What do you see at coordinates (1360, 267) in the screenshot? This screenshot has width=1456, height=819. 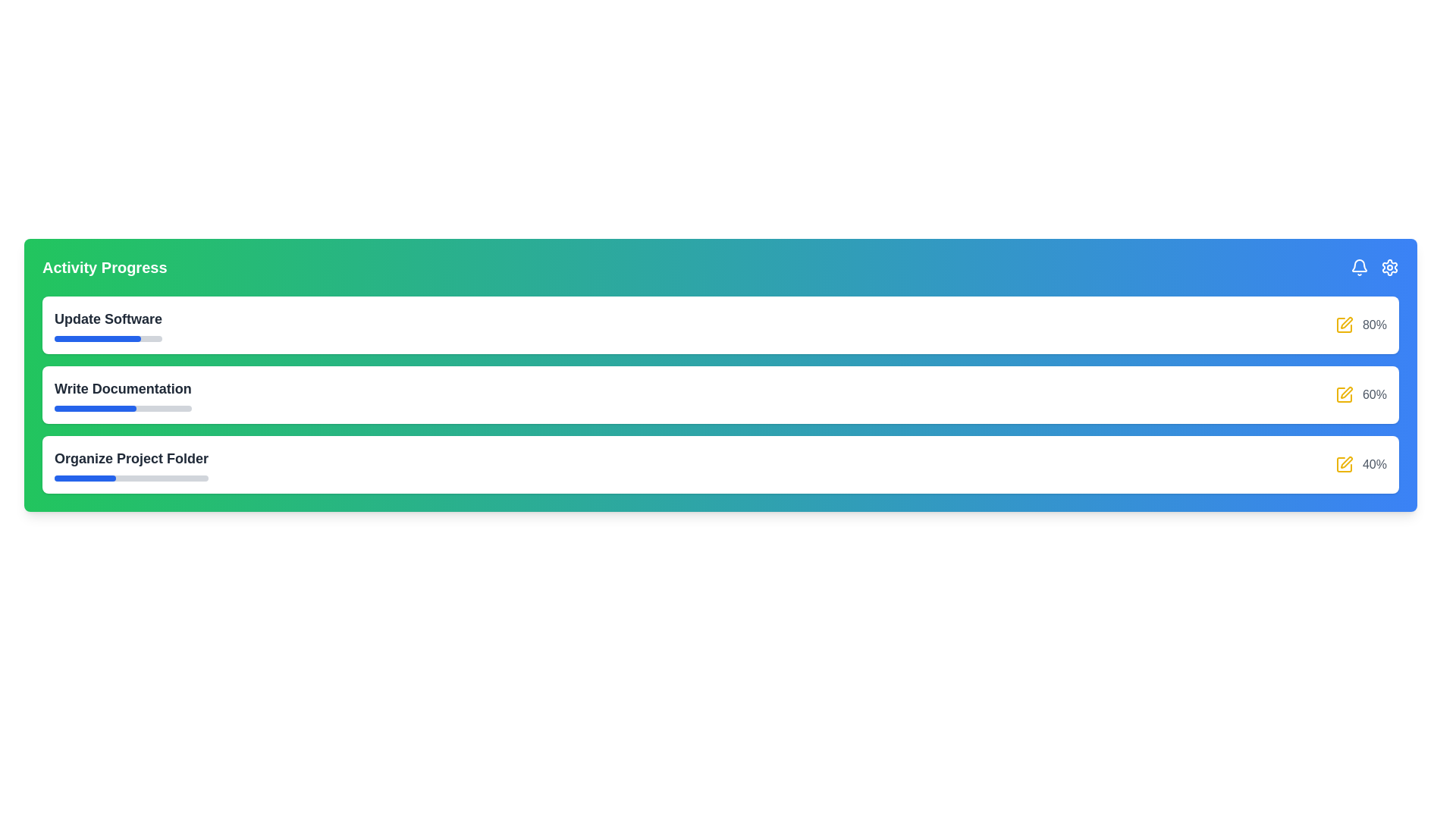 I see `the notification icon located in the top-right corner of the blue header bar` at bounding box center [1360, 267].